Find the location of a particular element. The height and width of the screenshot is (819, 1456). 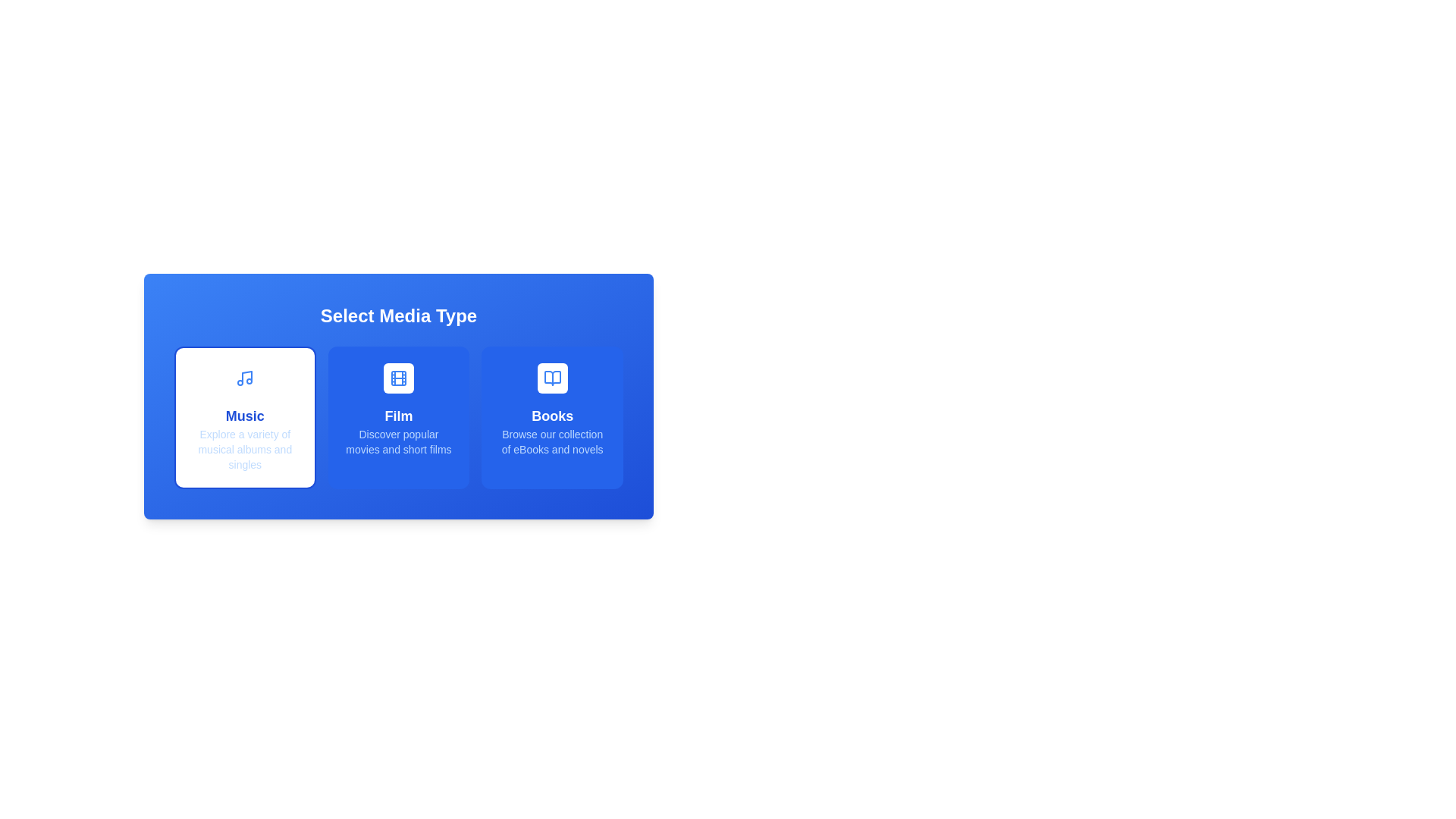

the card component with a blue background and white text titled 'Books', which is the third card in a row of three within the grid is located at coordinates (551, 418).